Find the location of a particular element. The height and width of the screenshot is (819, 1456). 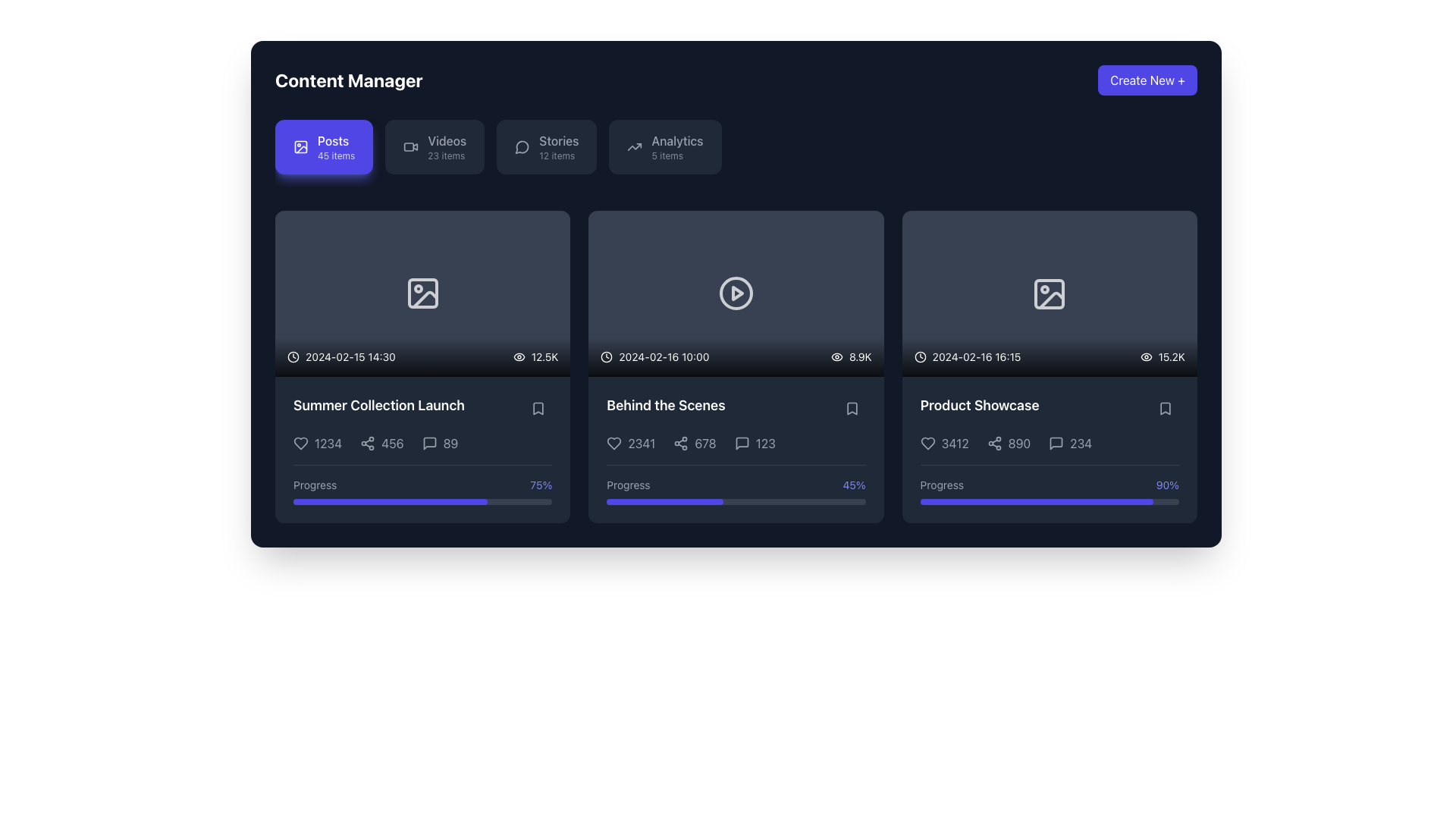

text content of the progress percentage label located in the 'Progress' section of the first card, positioned to the right of 'Progress' and above the progress bar is located at coordinates (541, 485).